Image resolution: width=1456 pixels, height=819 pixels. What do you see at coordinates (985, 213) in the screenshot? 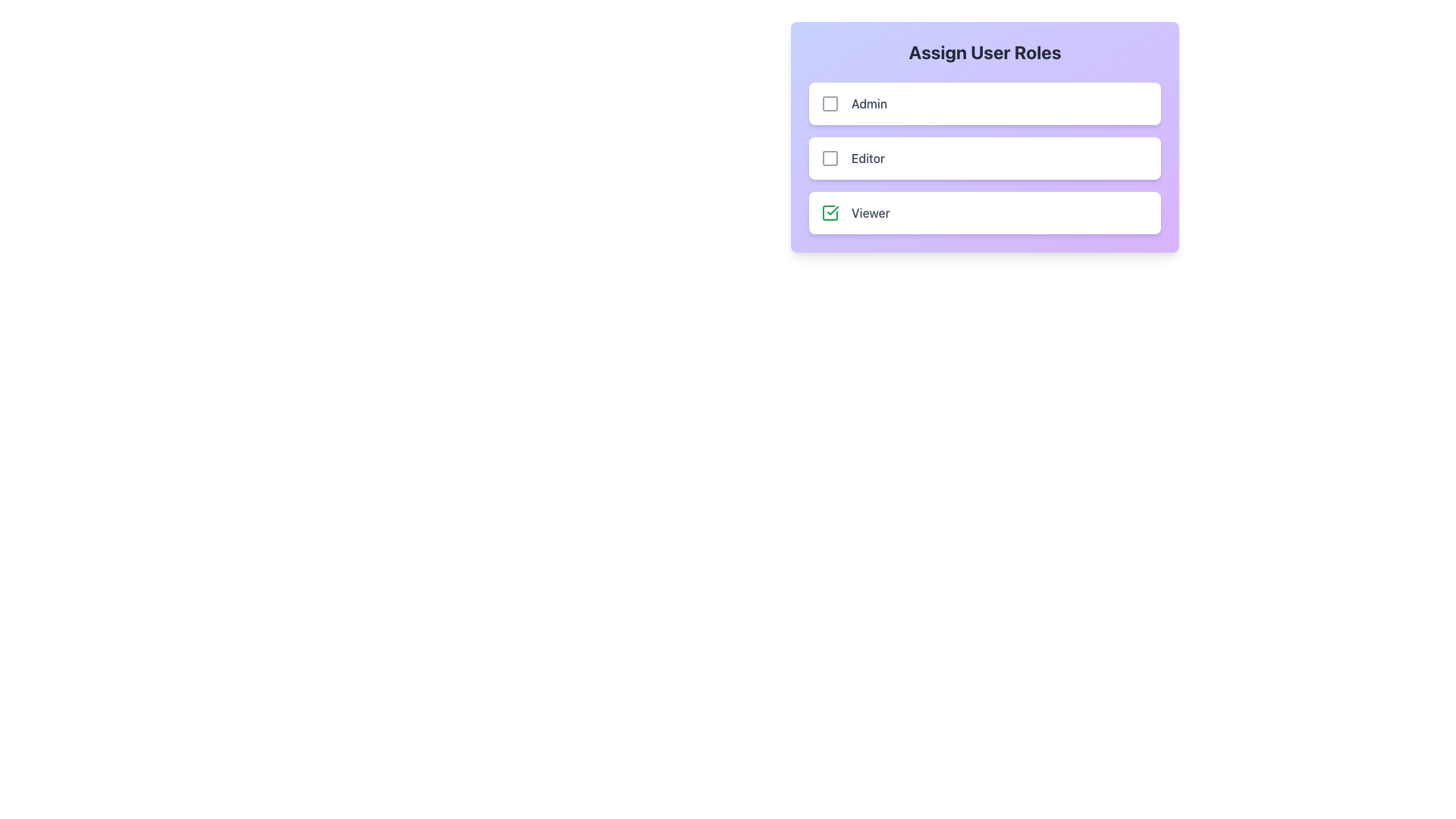
I see `the checkbox associated with the 'Viewer' role in the list item` at bounding box center [985, 213].